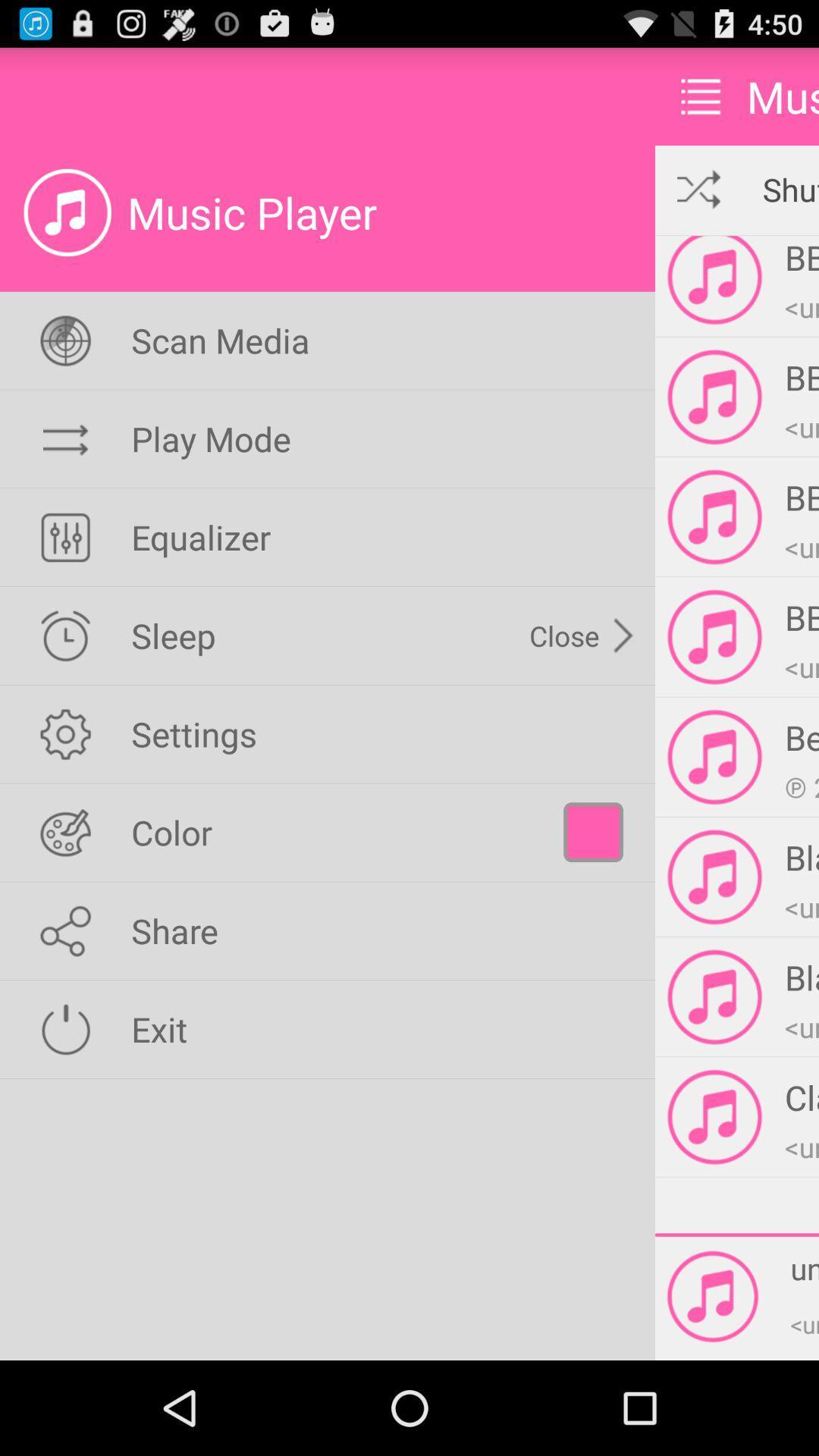  I want to click on the item to the left of music item, so click(701, 96).